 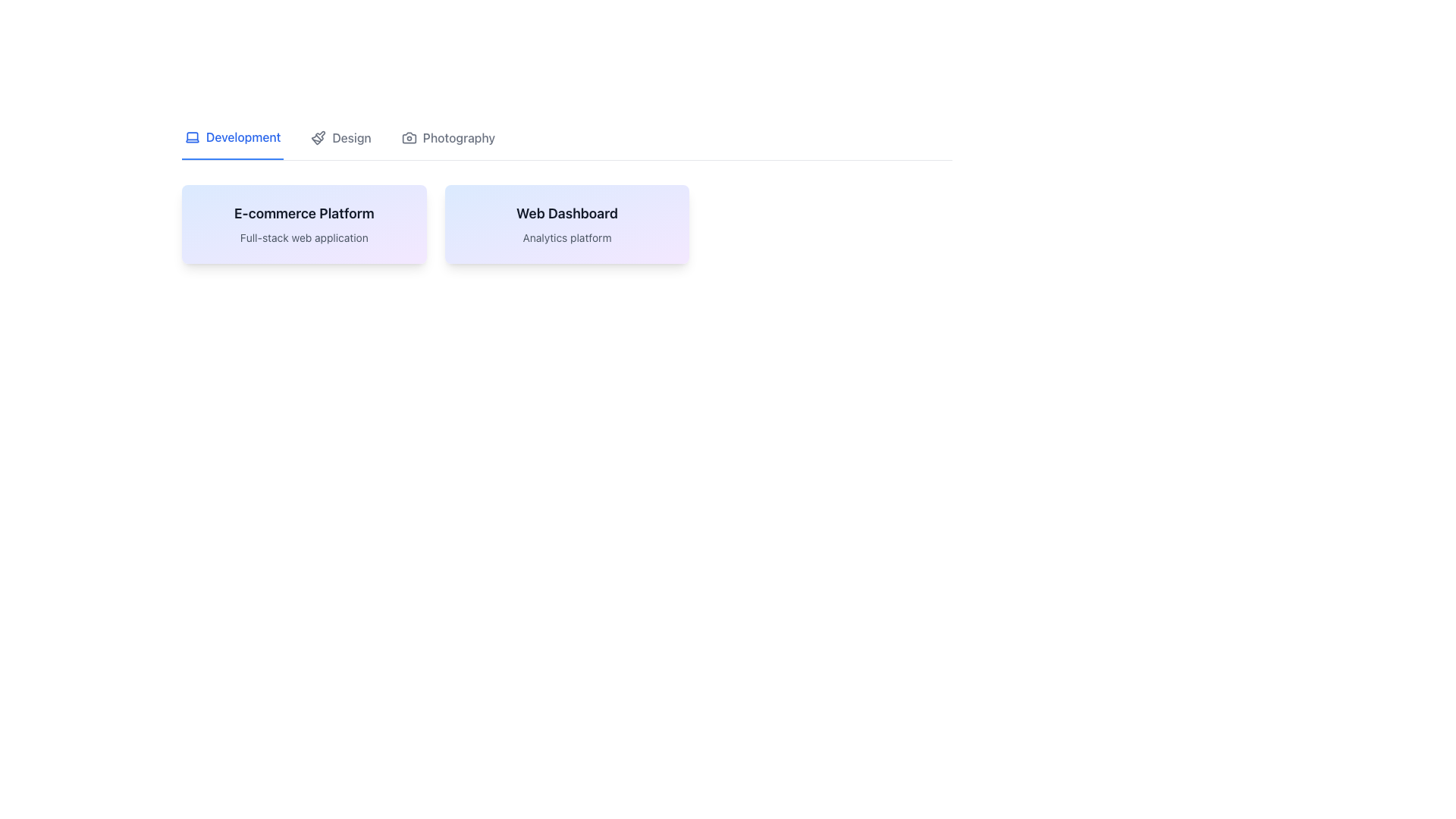 What do you see at coordinates (566, 224) in the screenshot?
I see `the 'Web Dashboard' card element, which has a white background, rounded edges, and contains the text 'Web Dashboard' in bold and 'Analytics platform' in smaller text` at bounding box center [566, 224].